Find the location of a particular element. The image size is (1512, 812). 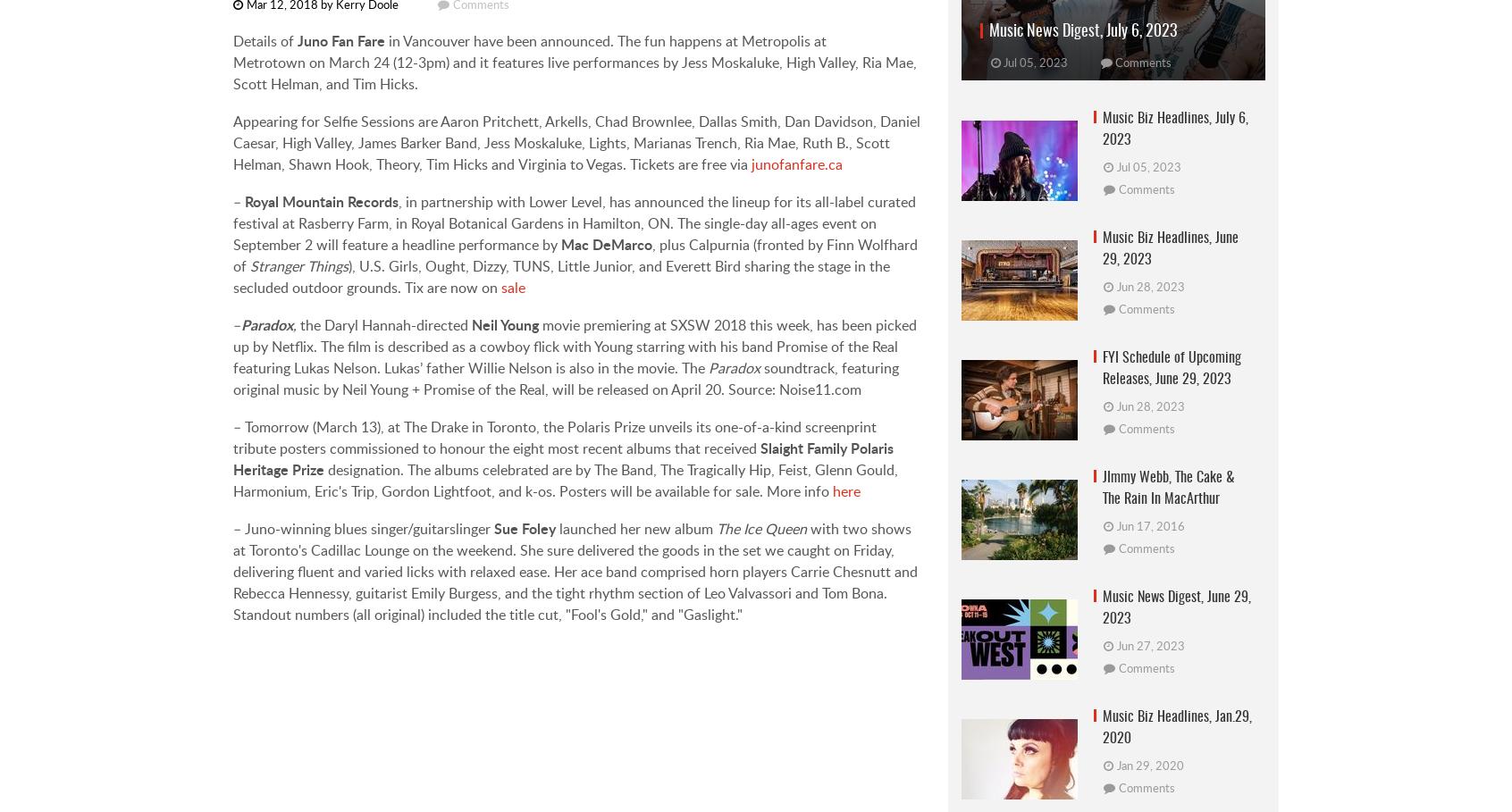

'Jan 29, 2020' is located at coordinates (1117, 765).